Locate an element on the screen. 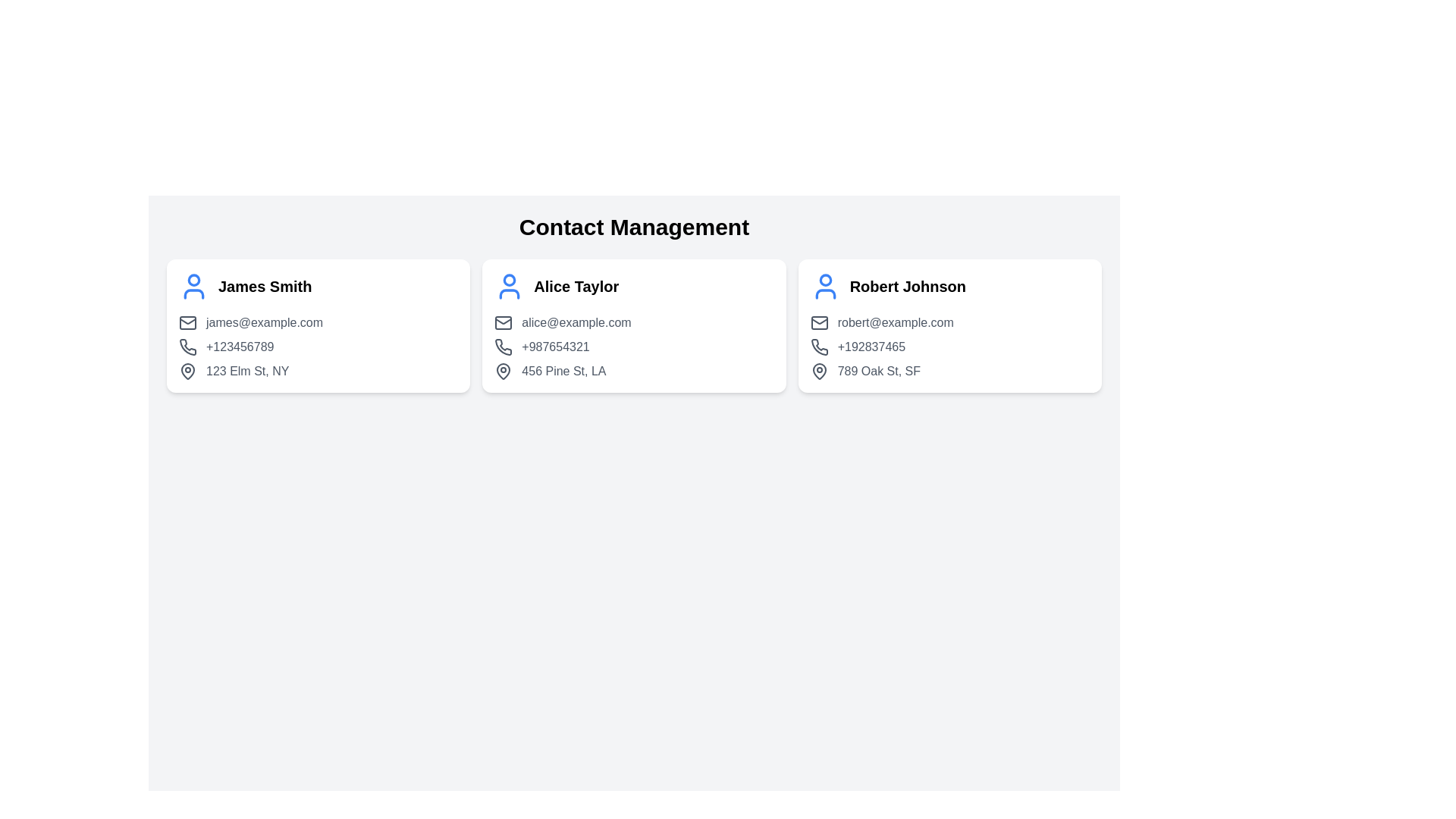 This screenshot has height=819, width=1456. the map pin icon located in the third contact card on the rightmost side of the layout, which is positioned below the phone number and next to the address text '789 Oak St, SF' is located at coordinates (818, 371).